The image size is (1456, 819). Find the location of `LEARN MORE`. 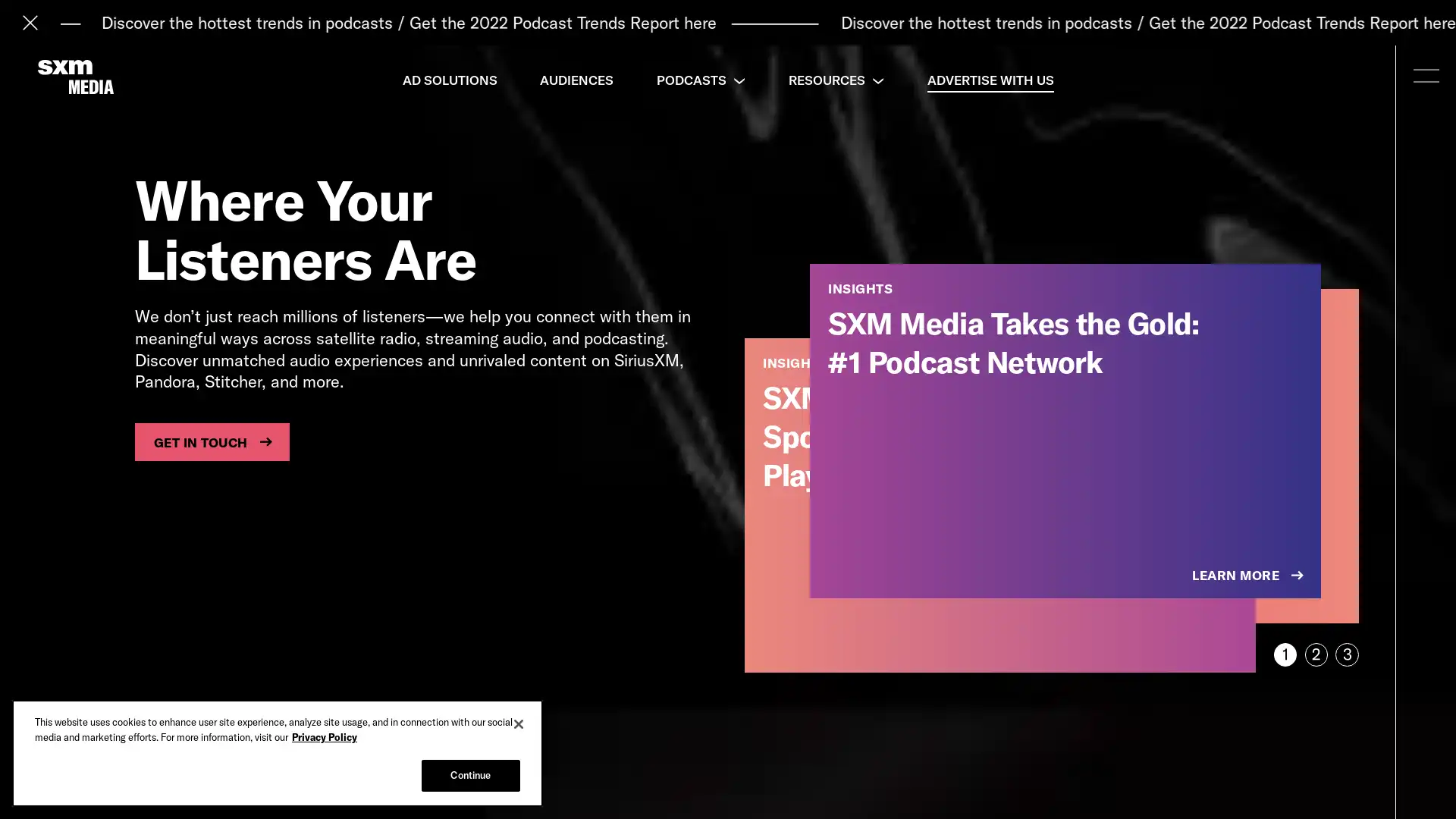

LEARN MORE is located at coordinates (1249, 576).